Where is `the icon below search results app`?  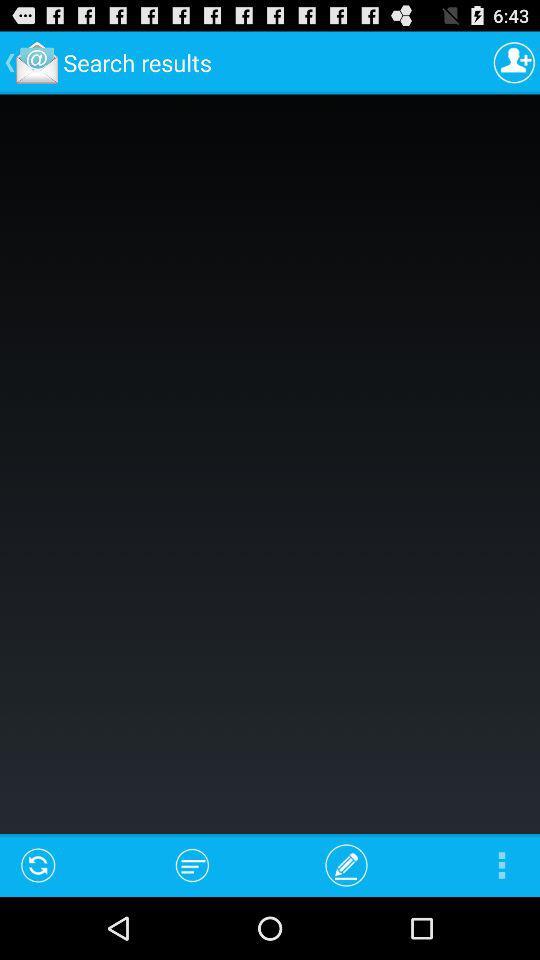 the icon below search results app is located at coordinates (192, 864).